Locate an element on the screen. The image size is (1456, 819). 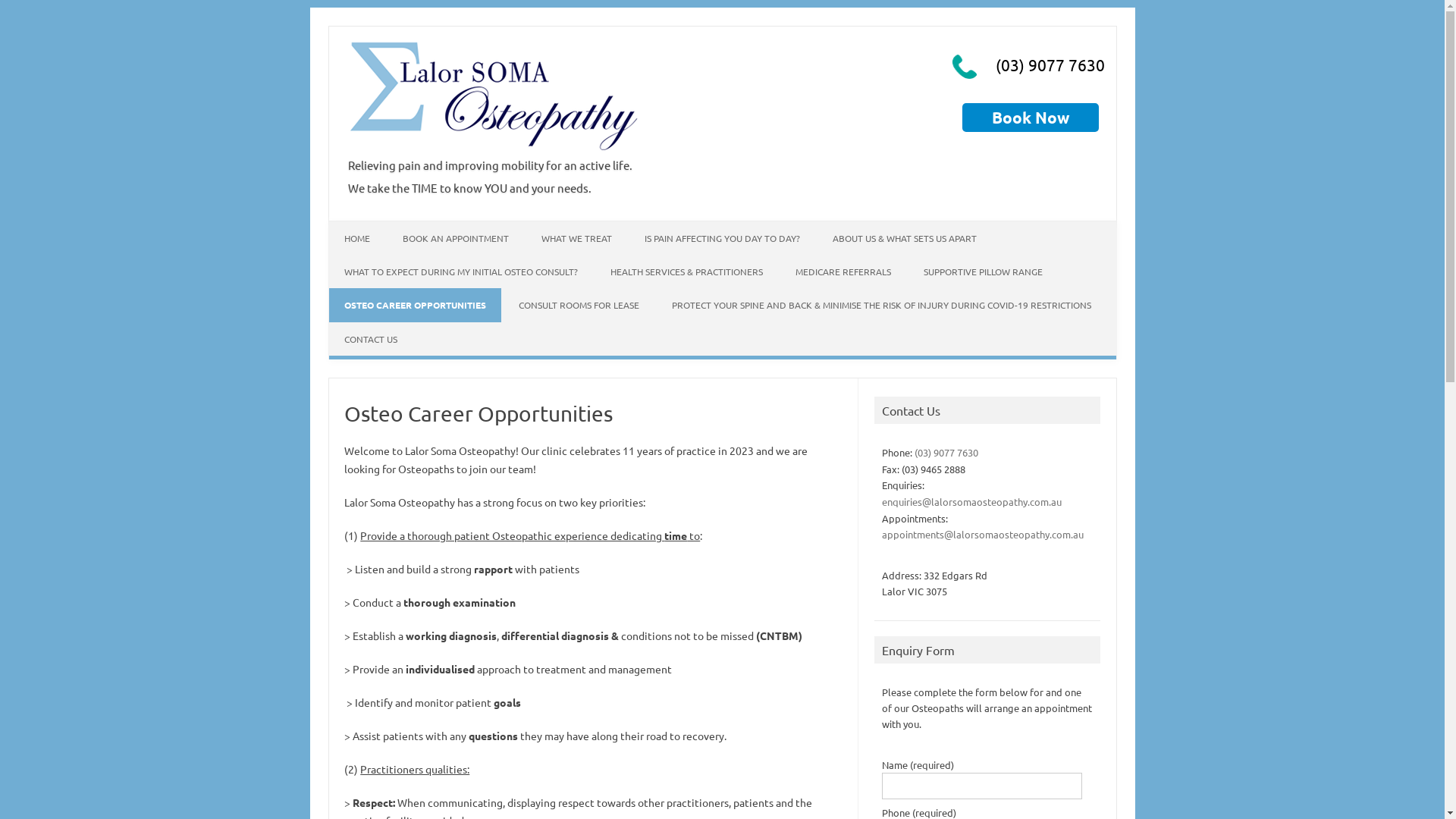
'WHAT TO EXPECT DURING MY INITIAL OSTEO CONSULT?' is located at coordinates (460, 271).